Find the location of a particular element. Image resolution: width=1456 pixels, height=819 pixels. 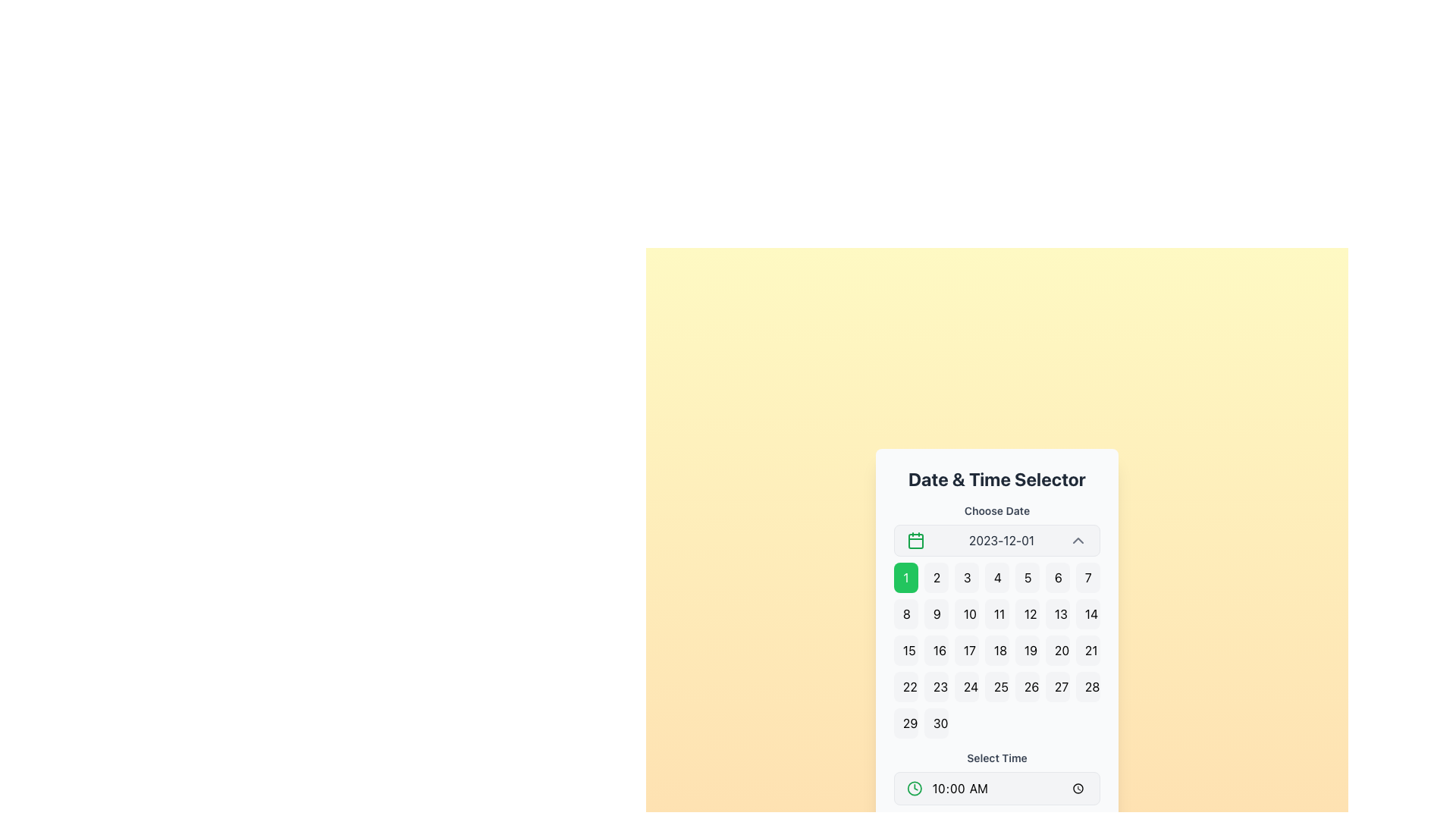

the button representing the date '10' in the calendar located in the second row, third column under the 'Choose Date' header is located at coordinates (966, 614).